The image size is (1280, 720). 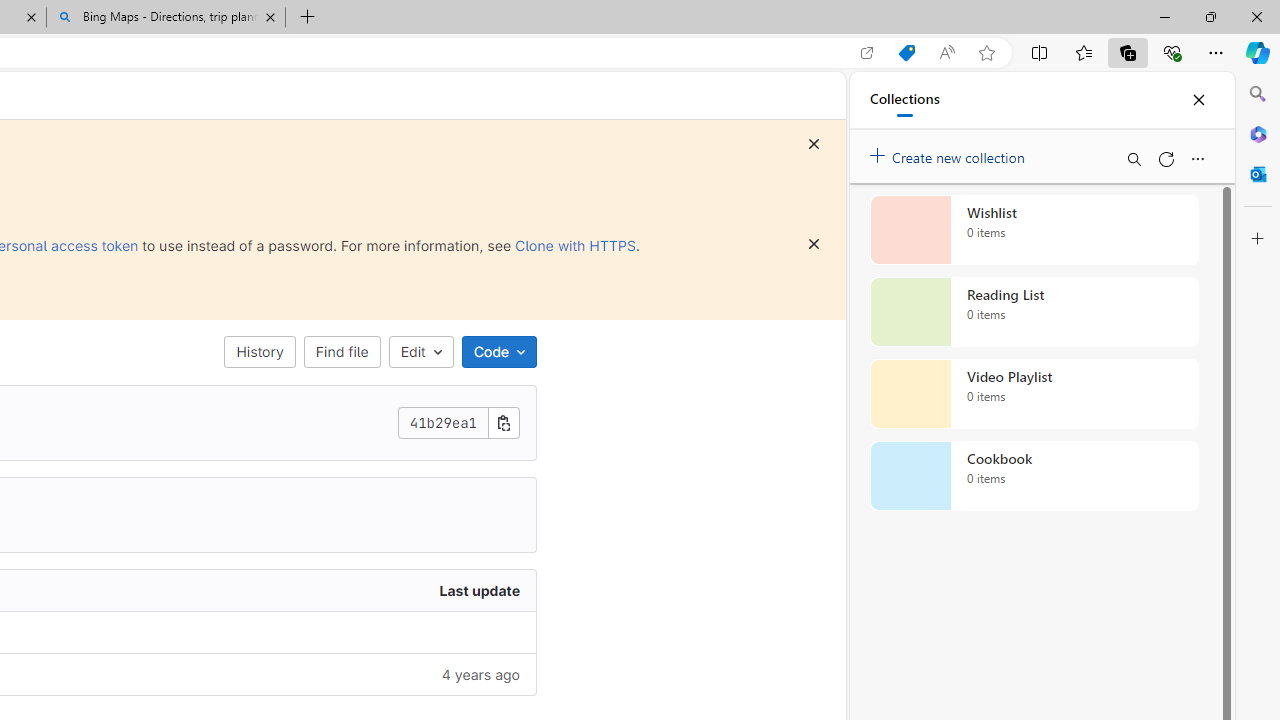 I want to click on 'Find file', so click(x=342, y=351).